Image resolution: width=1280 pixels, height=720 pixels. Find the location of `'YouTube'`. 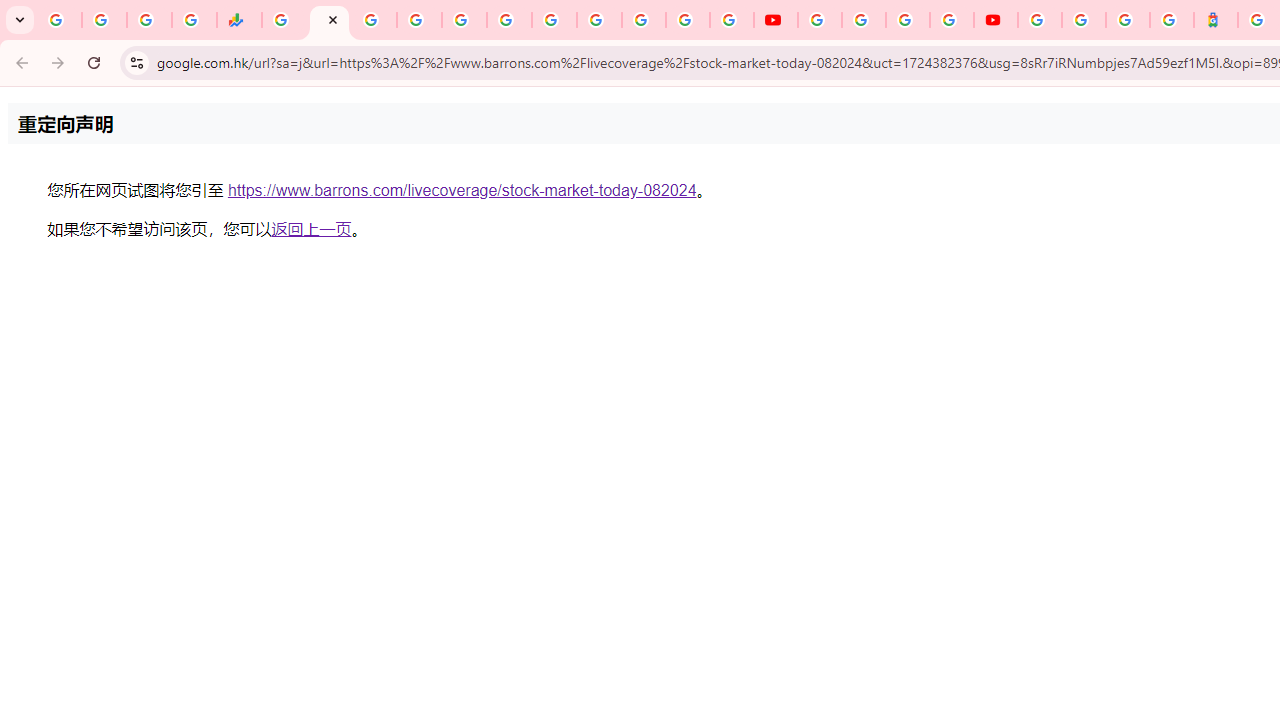

'YouTube' is located at coordinates (819, 20).